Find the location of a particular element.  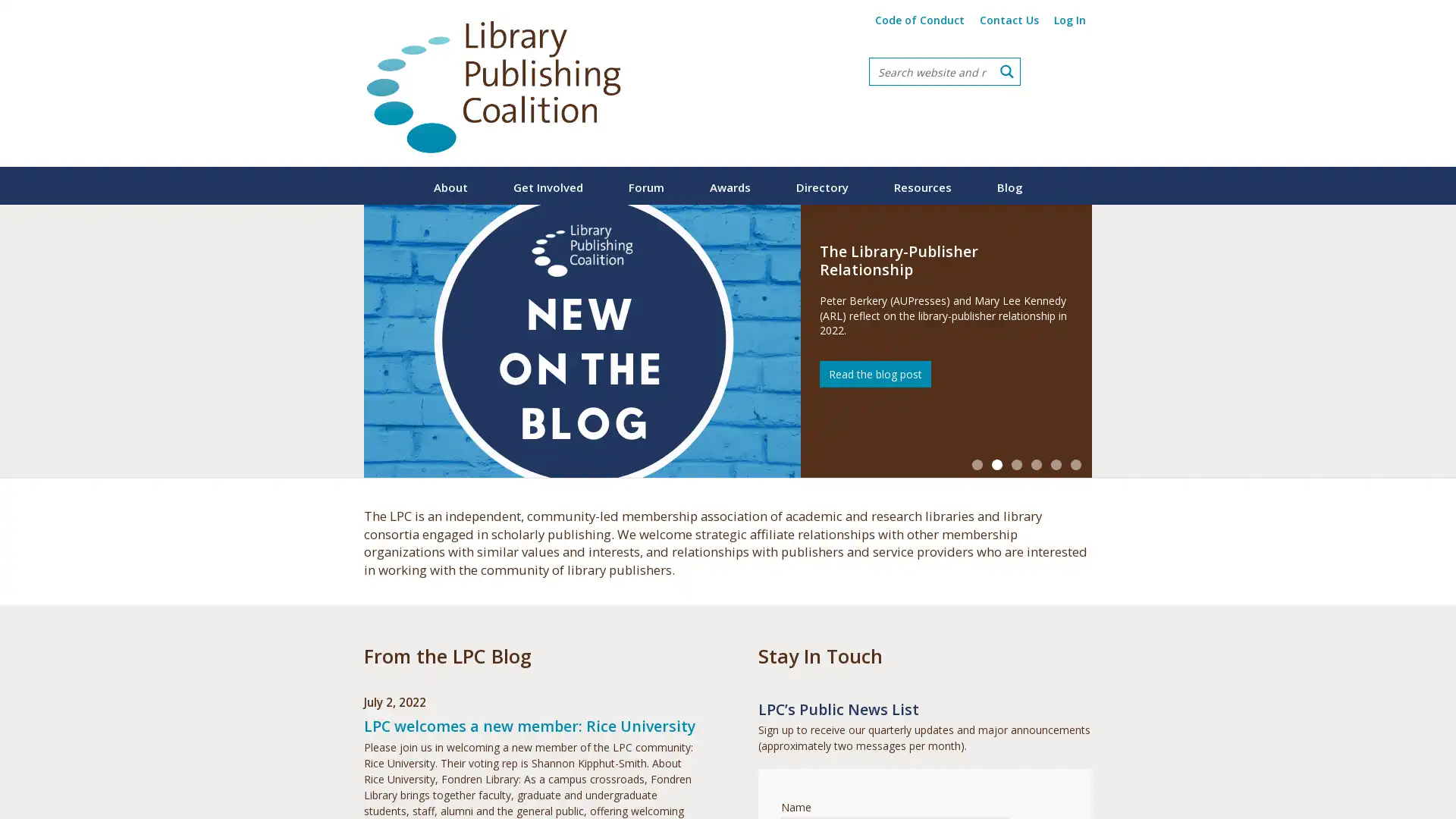

Go to slide 2 is located at coordinates (997, 464).